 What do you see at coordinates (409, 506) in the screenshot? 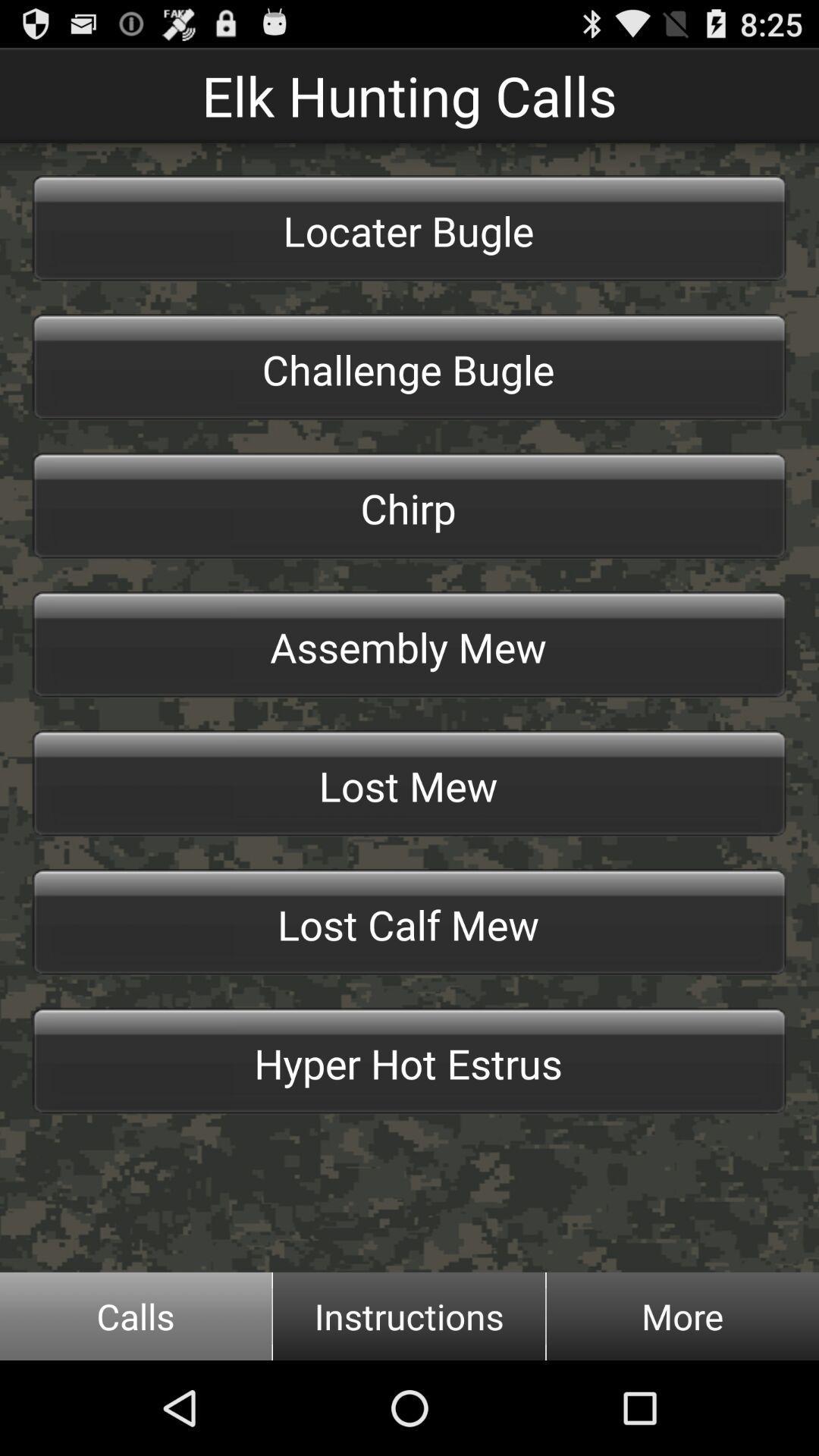
I see `the item above the assembly mew` at bounding box center [409, 506].